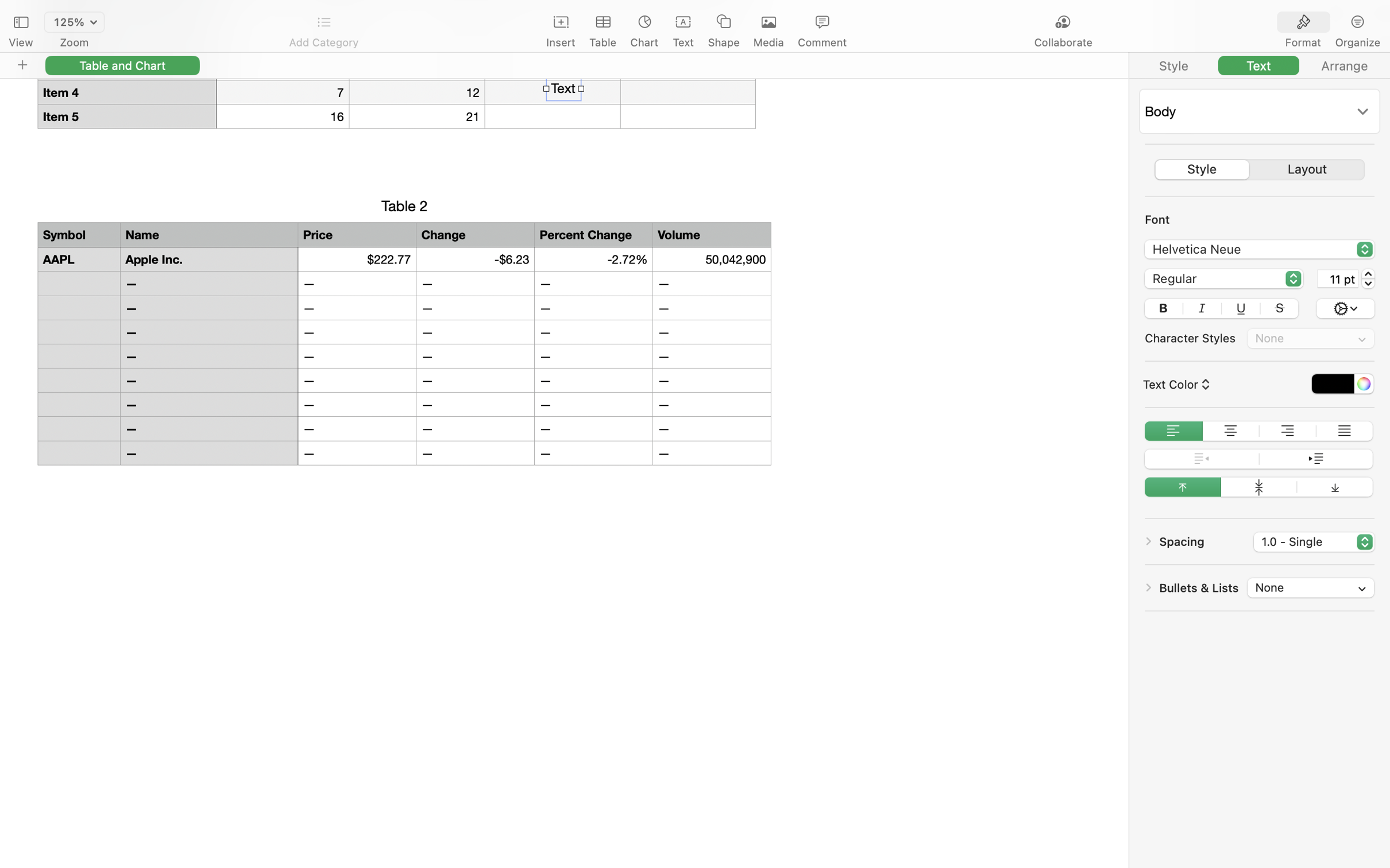  What do you see at coordinates (1198, 587) in the screenshot?
I see `'Bullets & Lists'` at bounding box center [1198, 587].